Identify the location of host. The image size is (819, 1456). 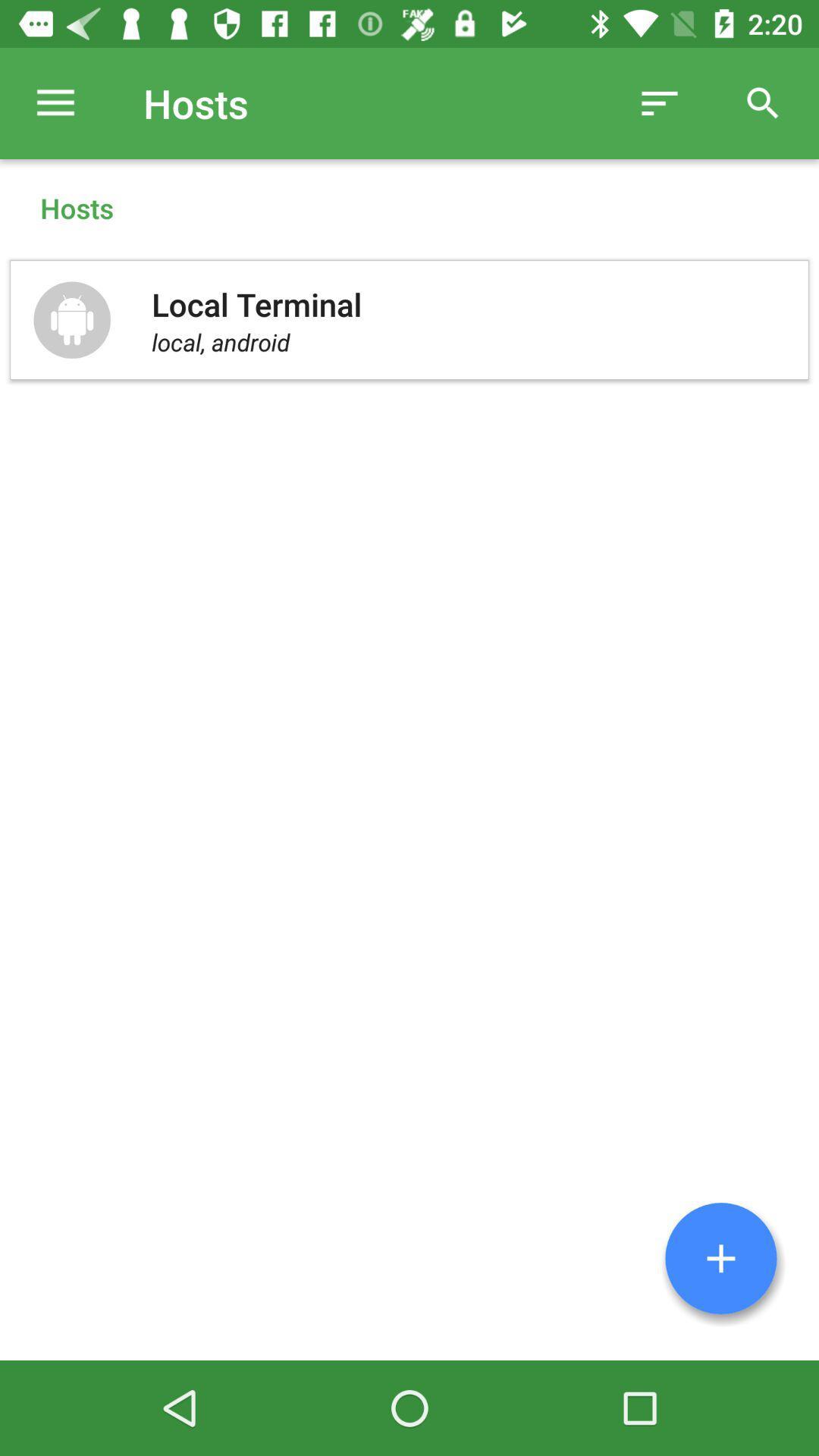
(720, 1258).